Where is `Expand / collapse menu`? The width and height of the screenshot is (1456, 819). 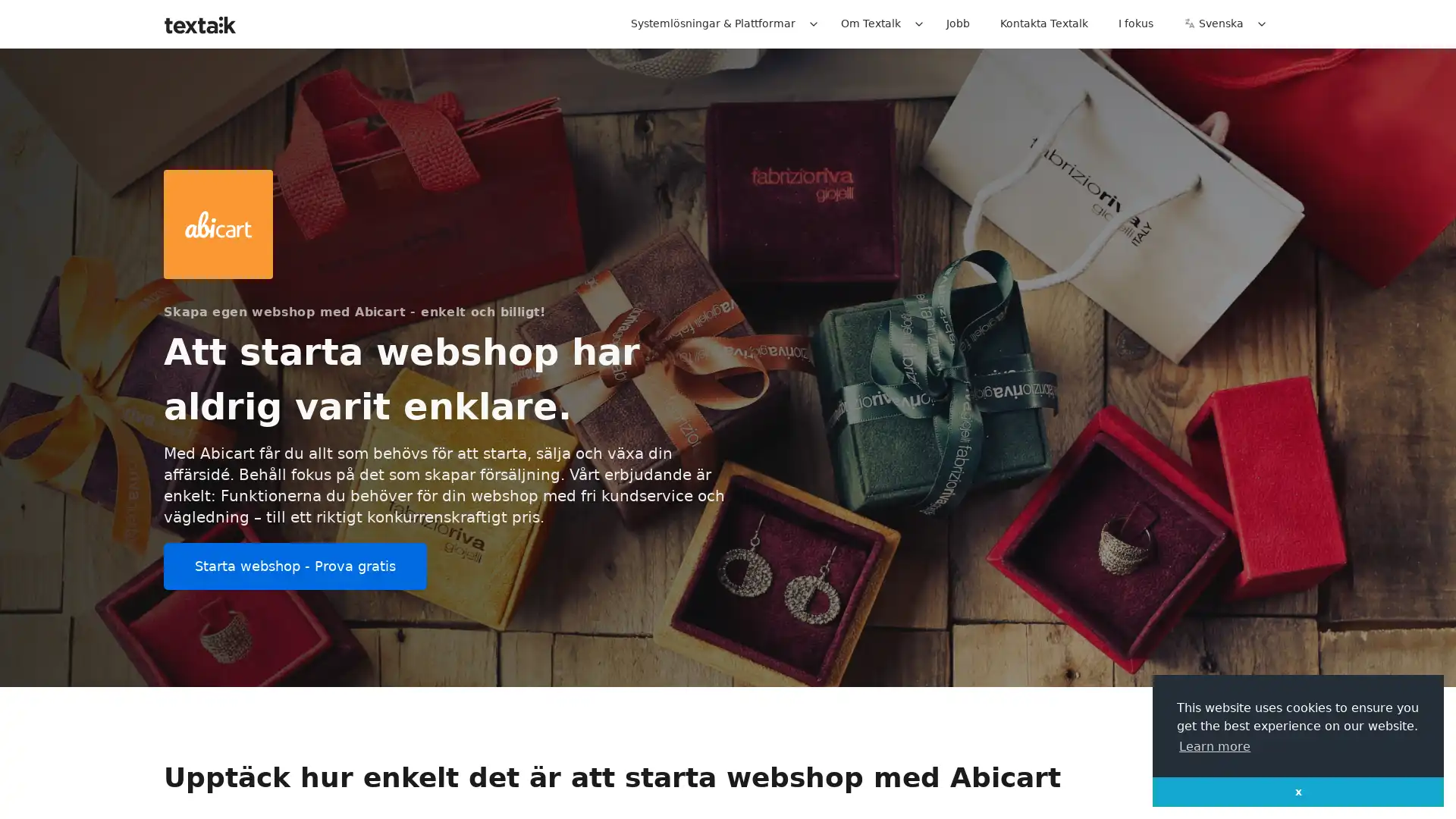
Expand / collapse menu is located at coordinates (811, 23).